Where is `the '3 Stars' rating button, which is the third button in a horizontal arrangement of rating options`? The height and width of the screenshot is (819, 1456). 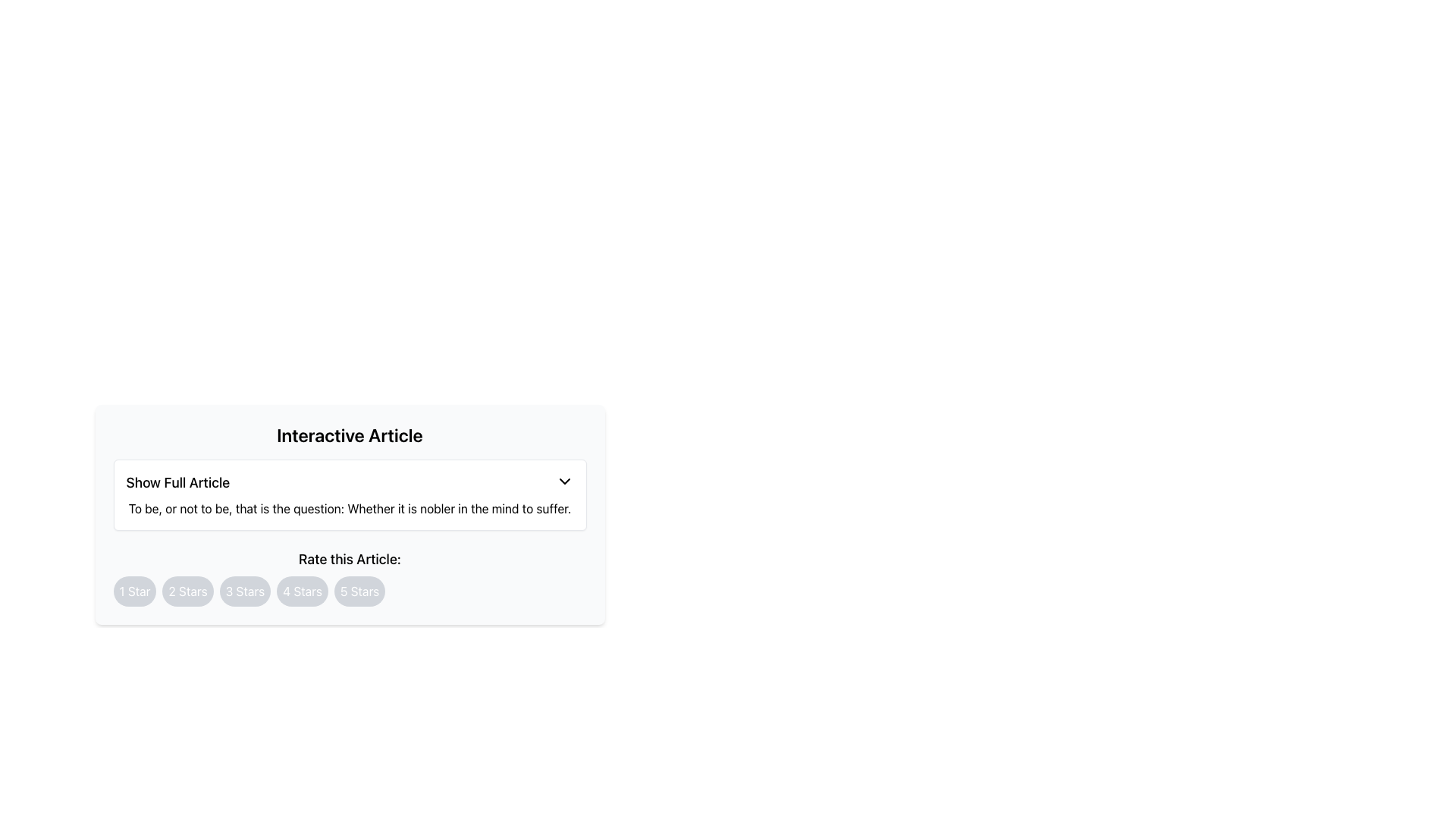
the '3 Stars' rating button, which is the third button in a horizontal arrangement of rating options is located at coordinates (245, 590).